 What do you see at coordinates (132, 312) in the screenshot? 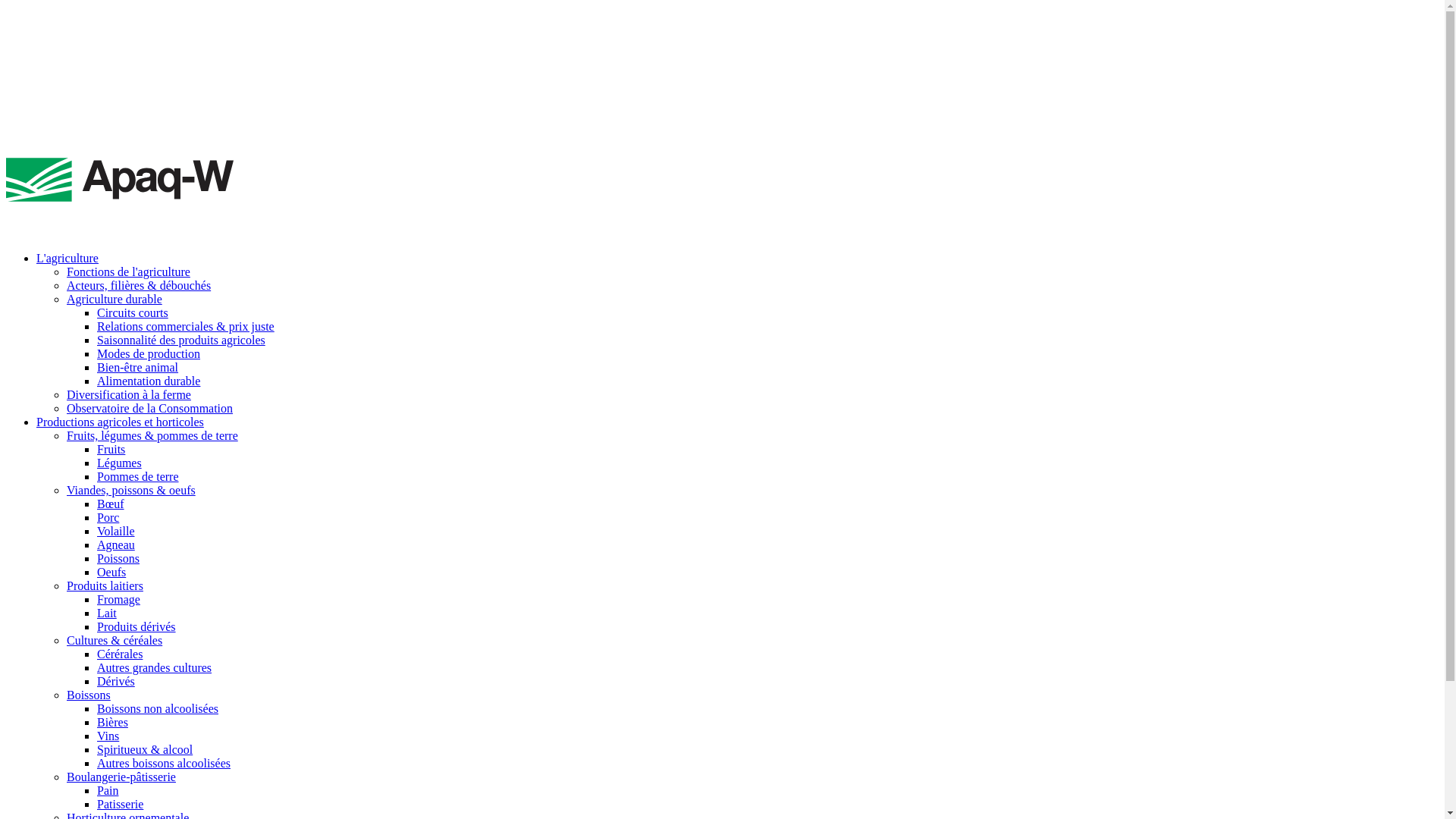
I see `'Circuits courts'` at bounding box center [132, 312].